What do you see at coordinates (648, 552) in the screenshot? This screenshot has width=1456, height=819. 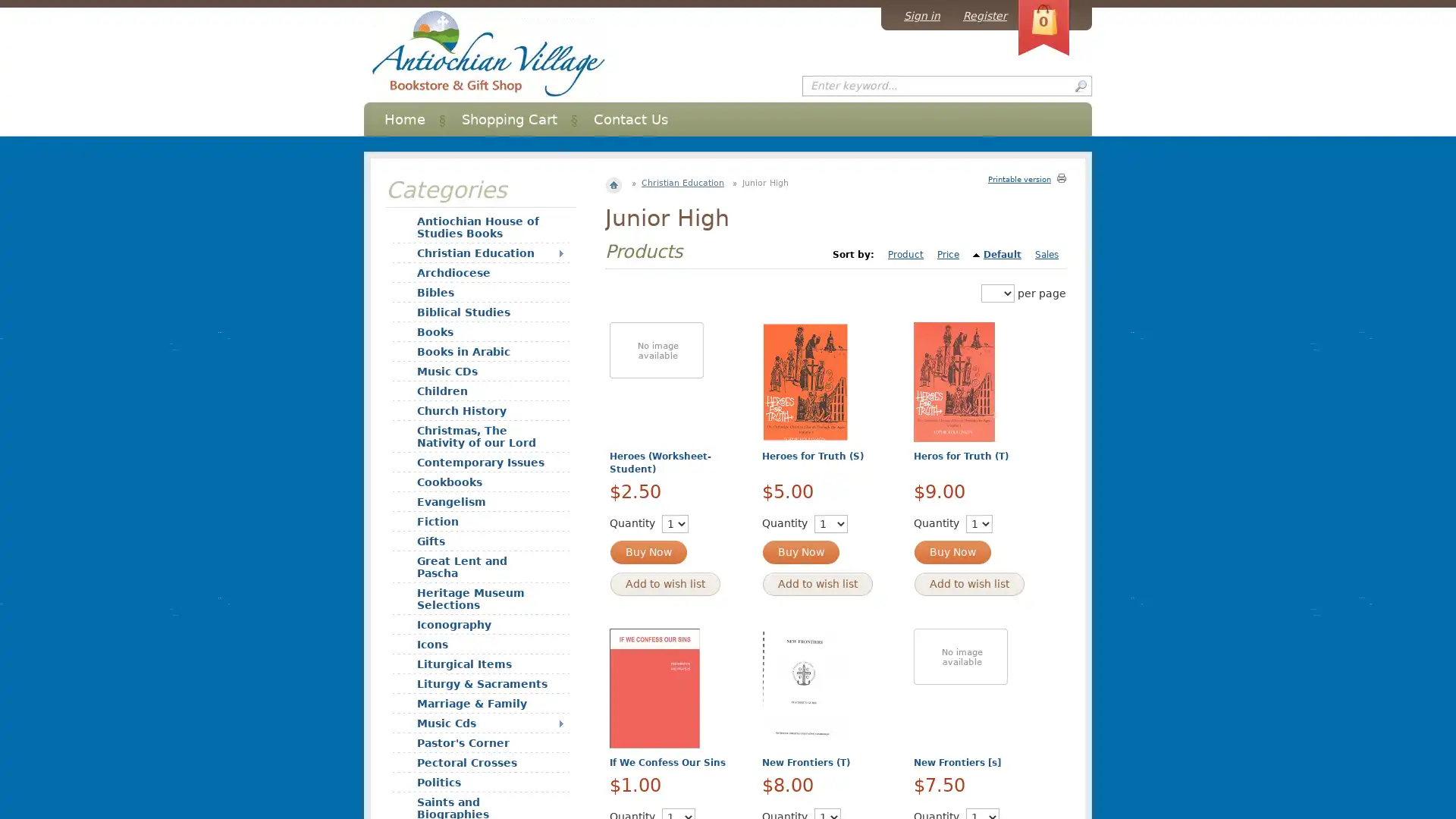 I see `Buy Now` at bounding box center [648, 552].